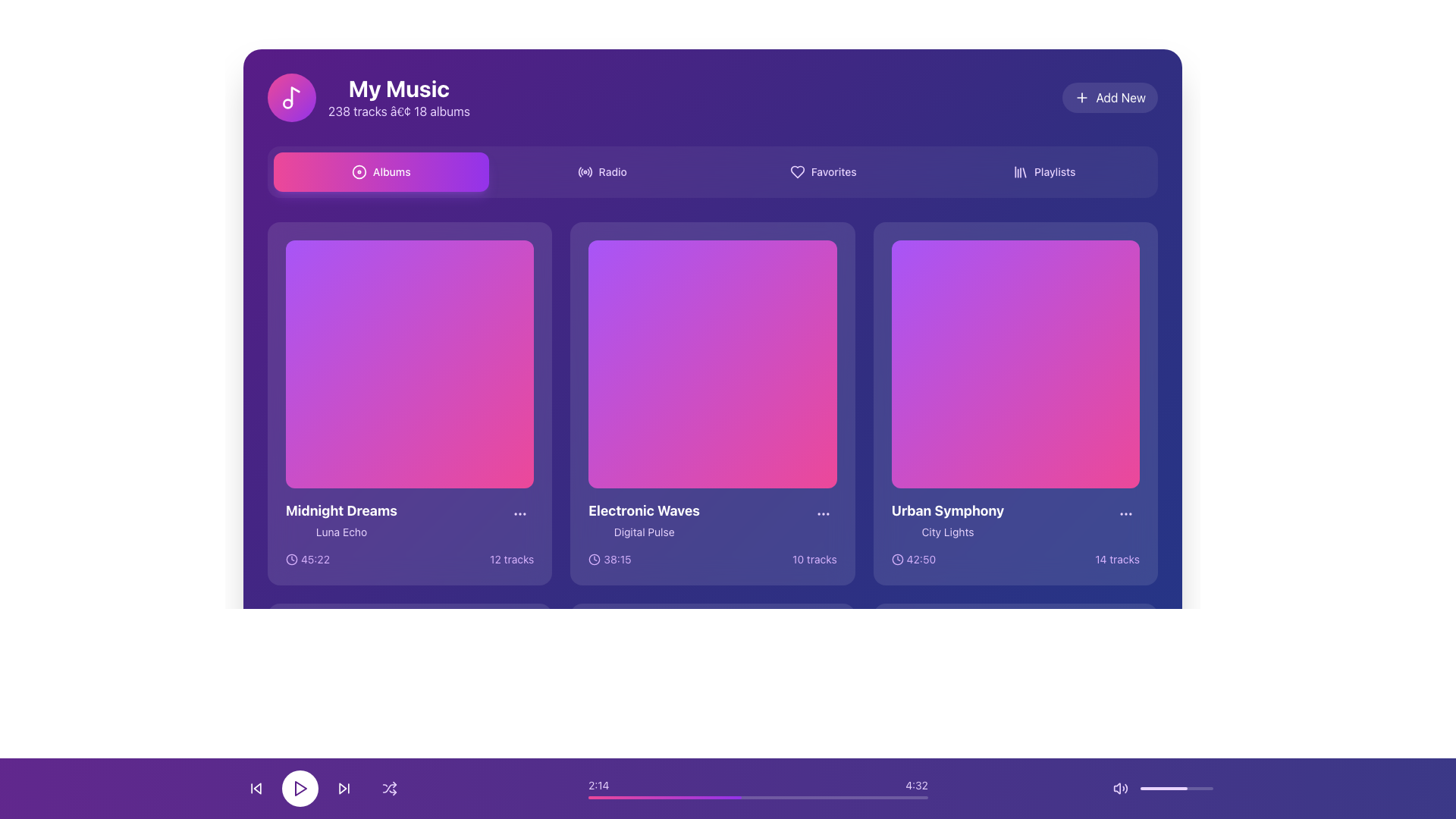 Image resolution: width=1456 pixels, height=819 pixels. What do you see at coordinates (796, 171) in the screenshot?
I see `the 'Favorites' icon located in the navigation menu bar at the top of the interface, positioned to the right of the 'Radio' label and immediately to the left of the 'Favorites' text` at bounding box center [796, 171].